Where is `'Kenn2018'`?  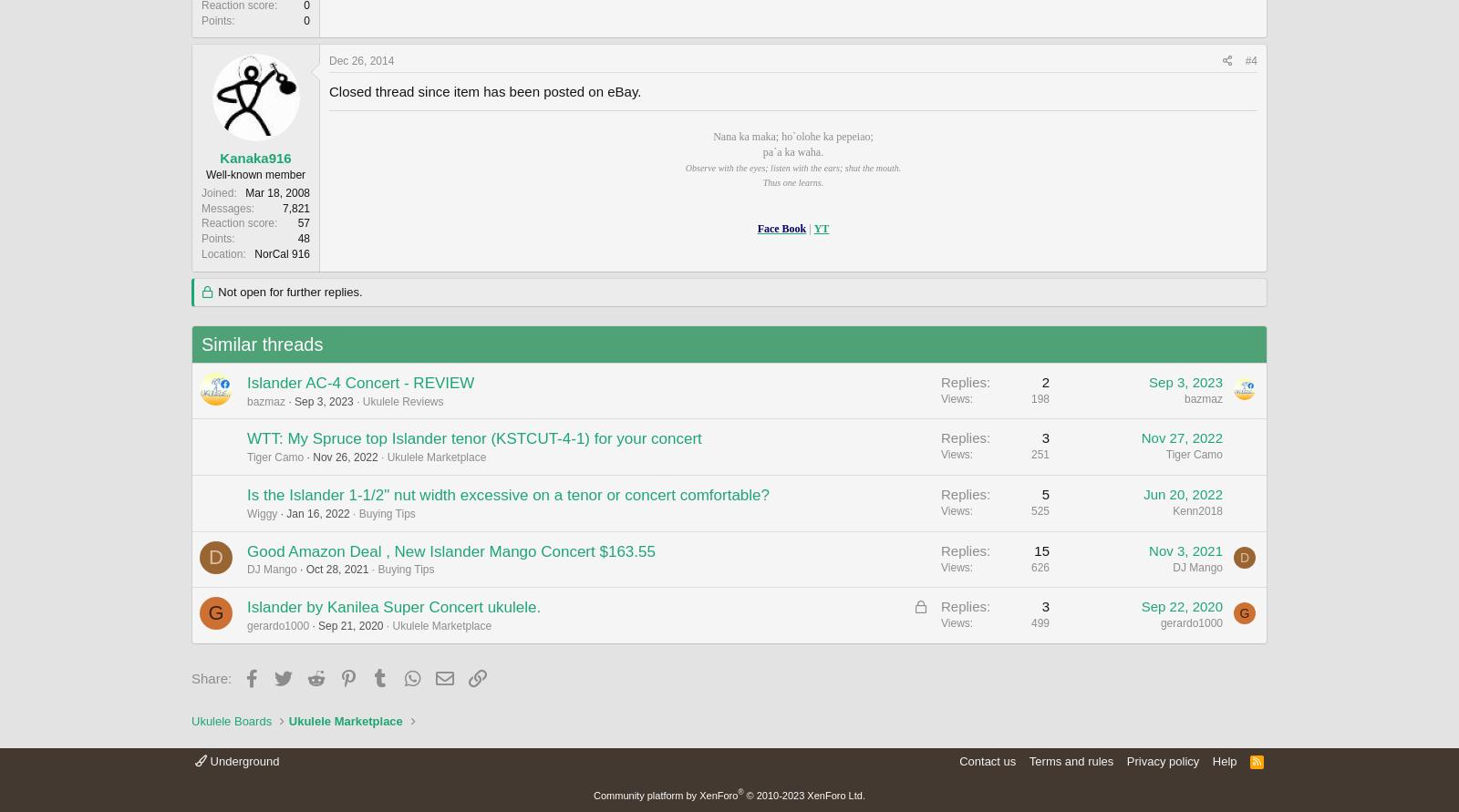
'Kenn2018' is located at coordinates (1196, 510).